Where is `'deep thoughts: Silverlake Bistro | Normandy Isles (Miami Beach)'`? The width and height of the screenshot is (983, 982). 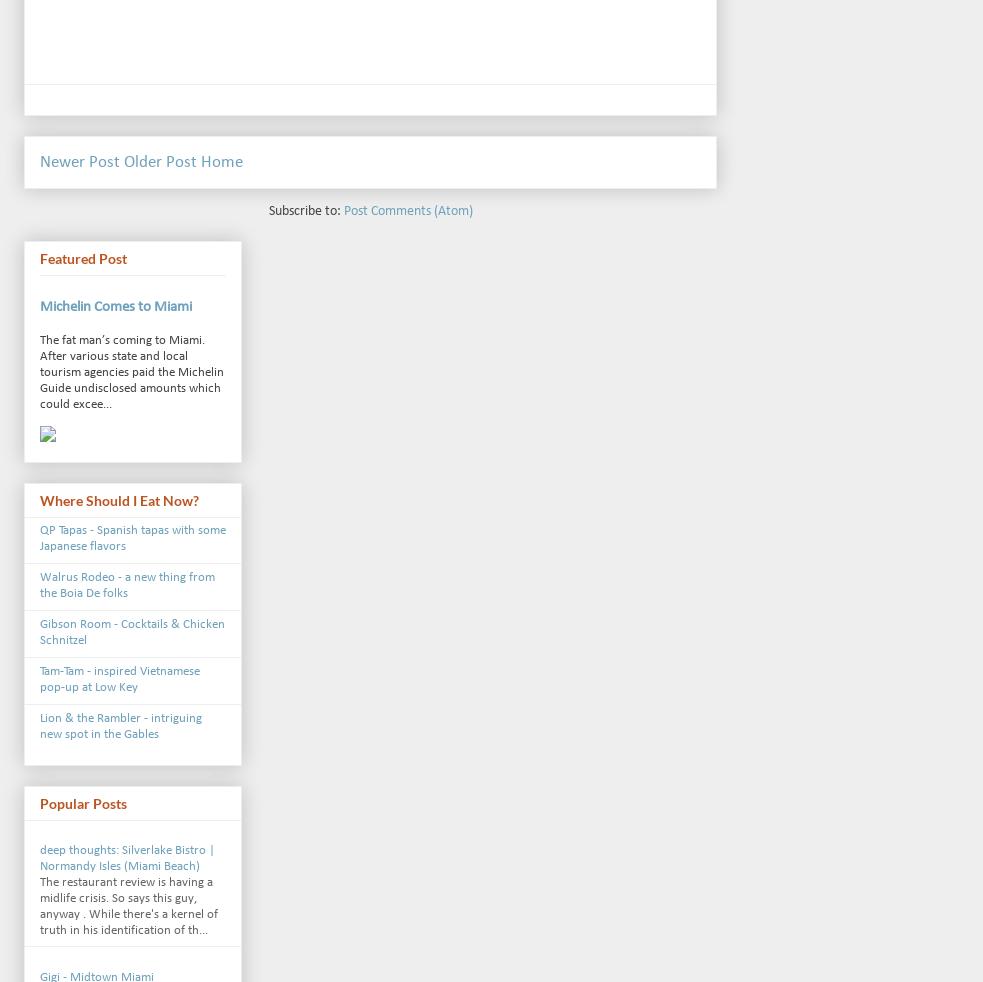 'deep thoughts: Silverlake Bistro | Normandy Isles (Miami Beach)' is located at coordinates (126, 857).